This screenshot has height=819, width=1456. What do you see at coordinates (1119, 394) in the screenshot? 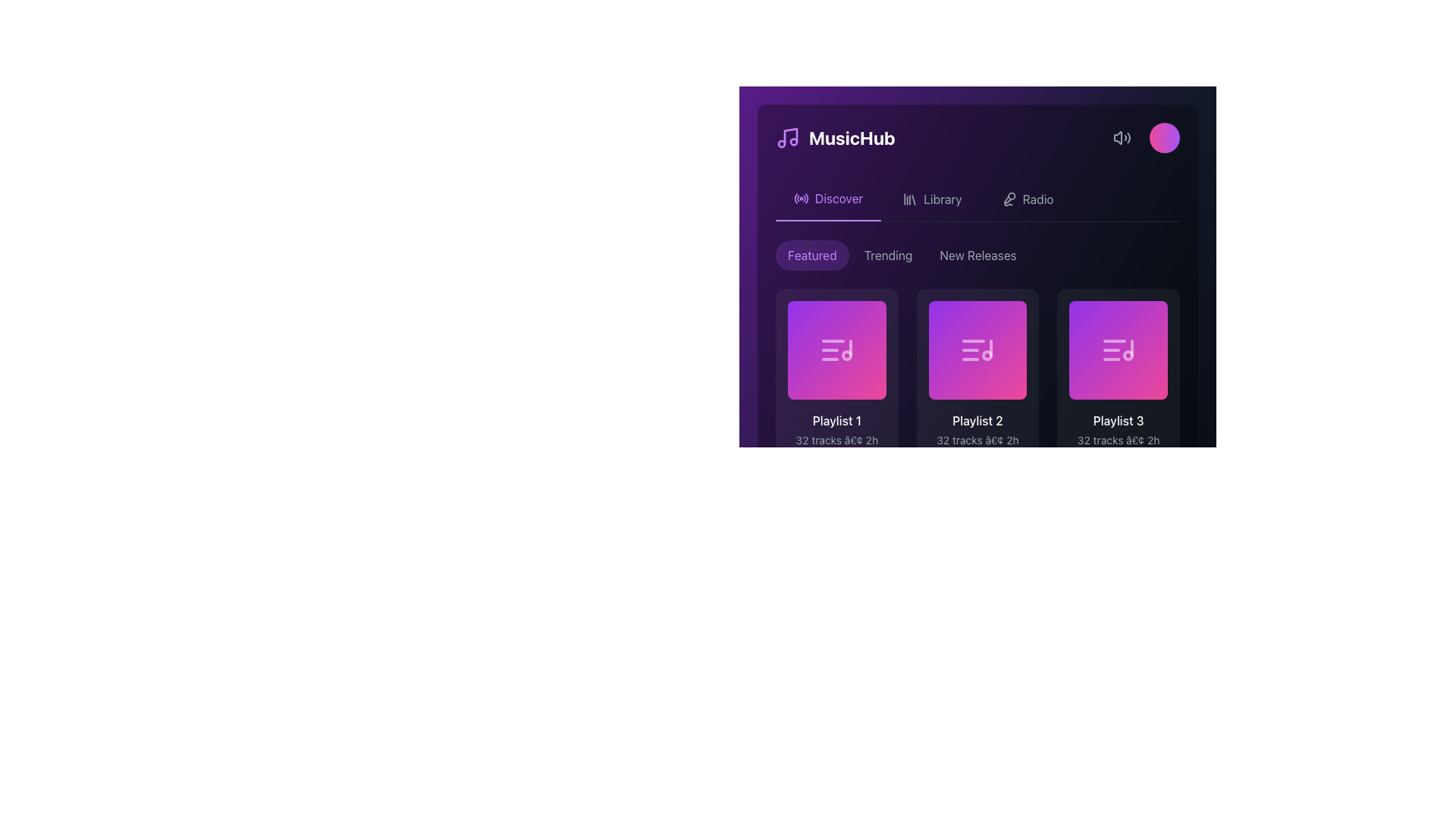
I see `the interactive playlist card labeled 'Playlist 3'` at bounding box center [1119, 394].